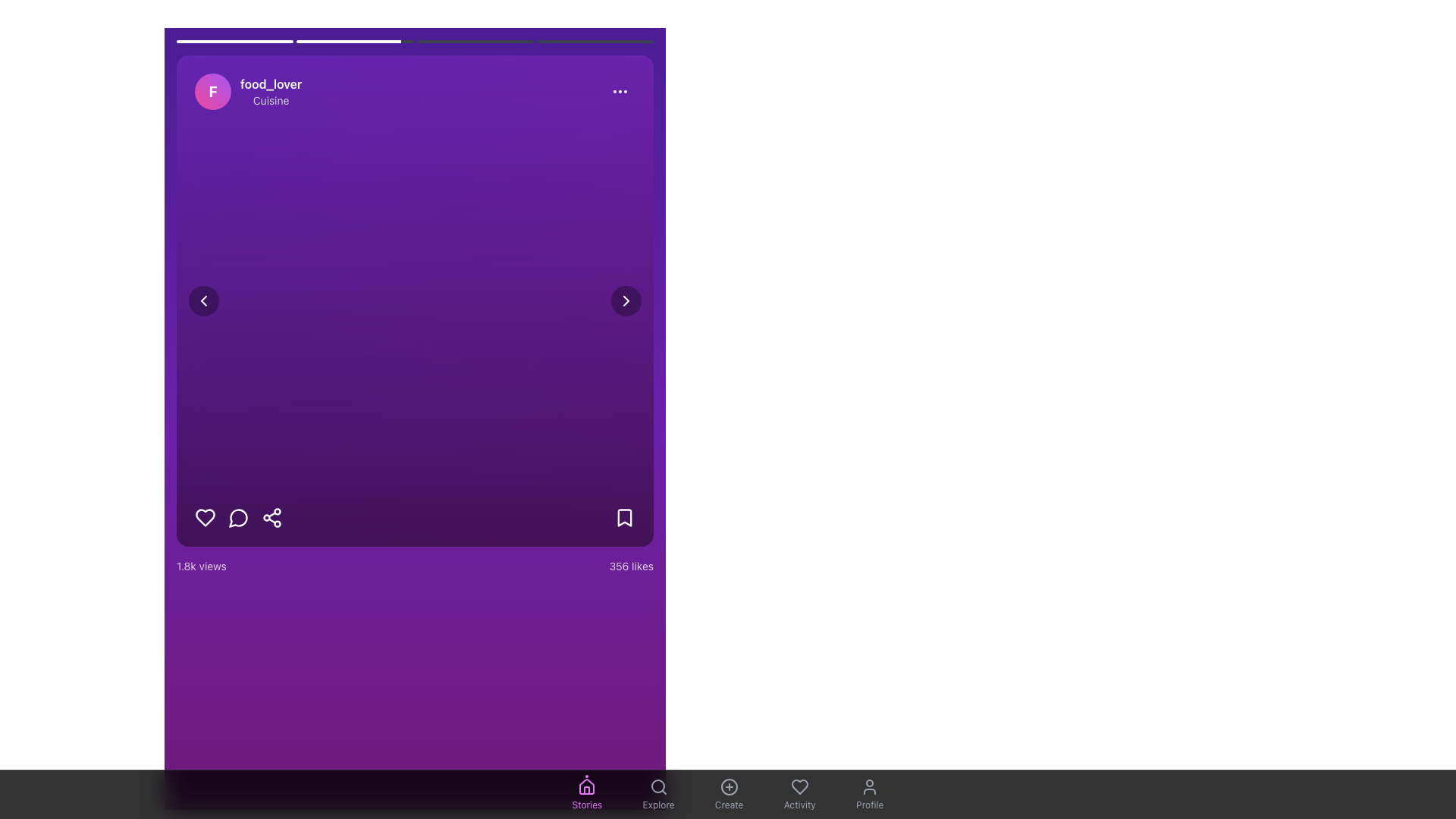  I want to click on fourth progress bar at the top right of the interface, which has a gray background and a white progress indicator, for styles or details, so click(594, 40).